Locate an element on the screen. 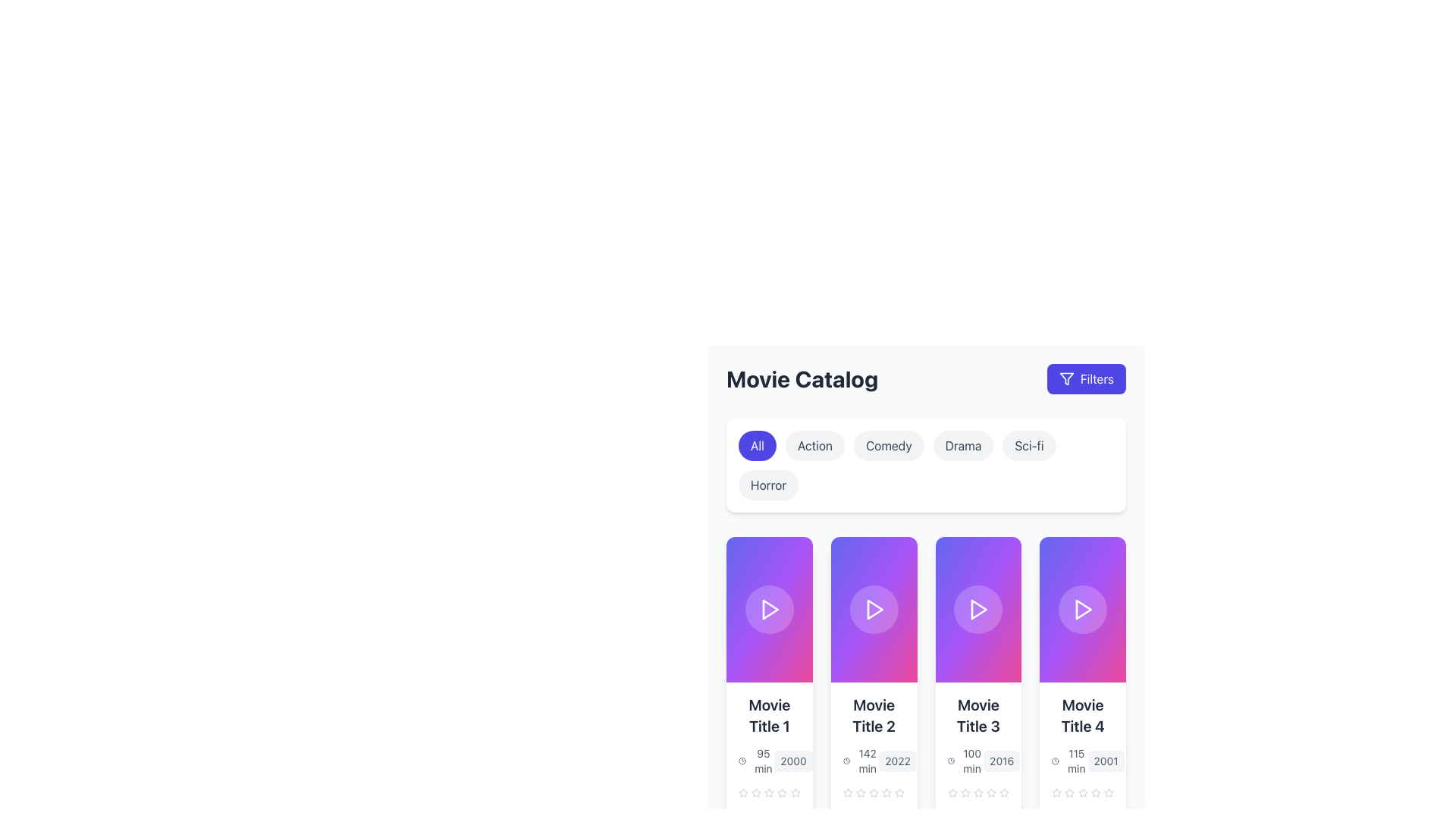 Image resolution: width=1456 pixels, height=819 pixels. the triangular play icon with a white outline and purple gradient background, located in the first card of the carousel under the 'Movie Catalog' title is located at coordinates (769, 608).